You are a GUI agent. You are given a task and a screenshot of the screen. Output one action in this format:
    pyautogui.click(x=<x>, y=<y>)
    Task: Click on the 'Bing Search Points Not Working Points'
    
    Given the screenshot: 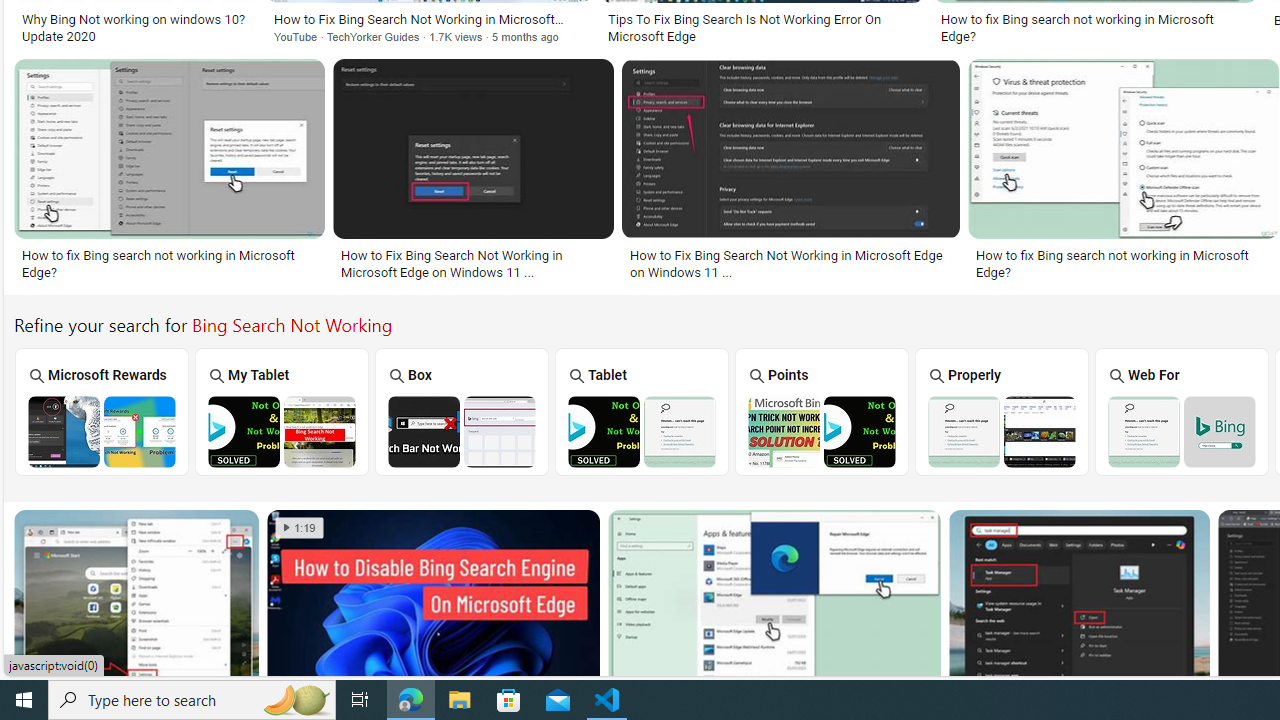 What is the action you would take?
    pyautogui.click(x=821, y=410)
    